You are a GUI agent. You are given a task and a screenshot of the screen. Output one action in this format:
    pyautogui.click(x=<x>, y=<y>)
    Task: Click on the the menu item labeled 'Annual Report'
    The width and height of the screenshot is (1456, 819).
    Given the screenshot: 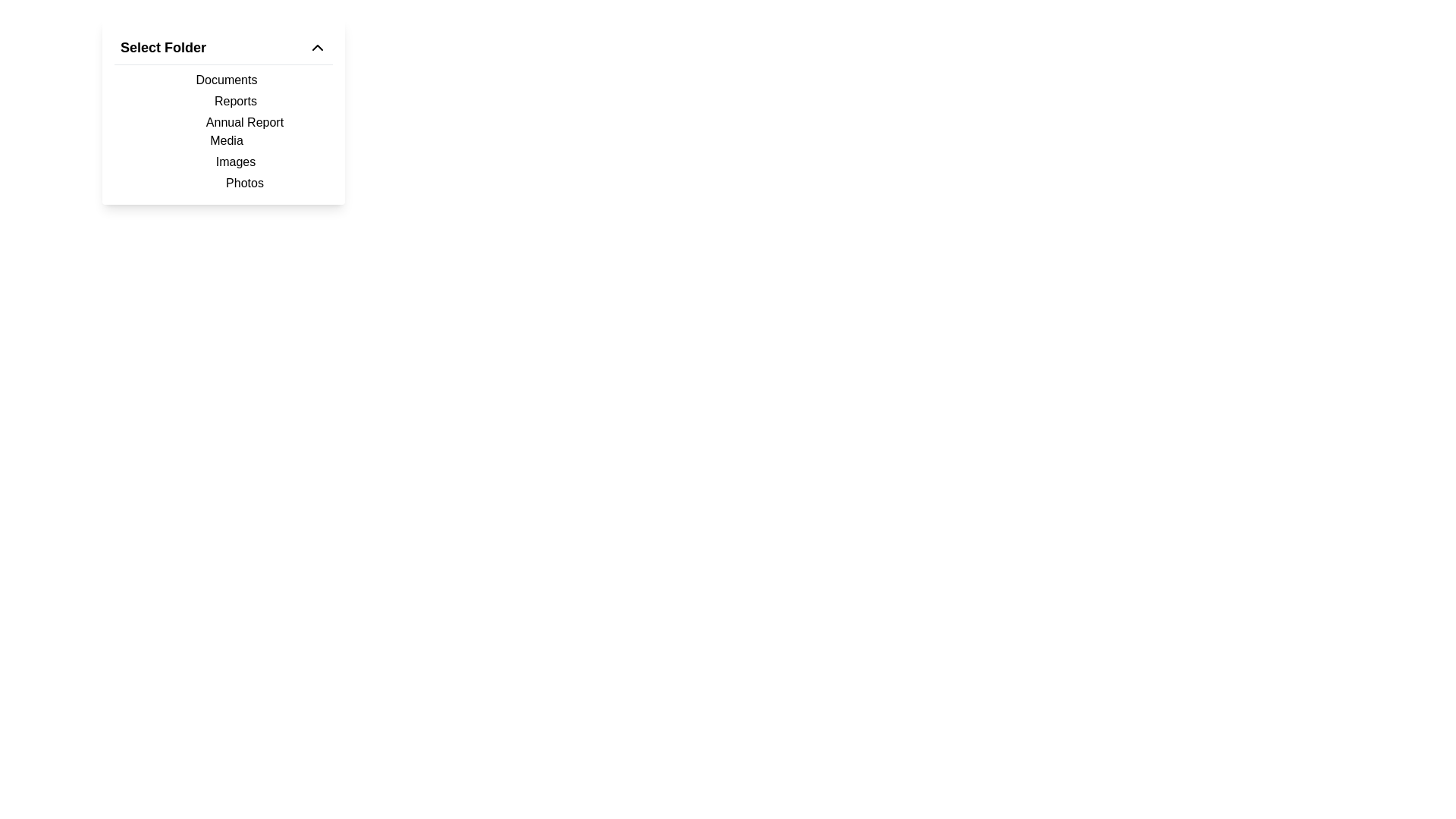 What is the action you would take?
    pyautogui.click(x=222, y=127)
    